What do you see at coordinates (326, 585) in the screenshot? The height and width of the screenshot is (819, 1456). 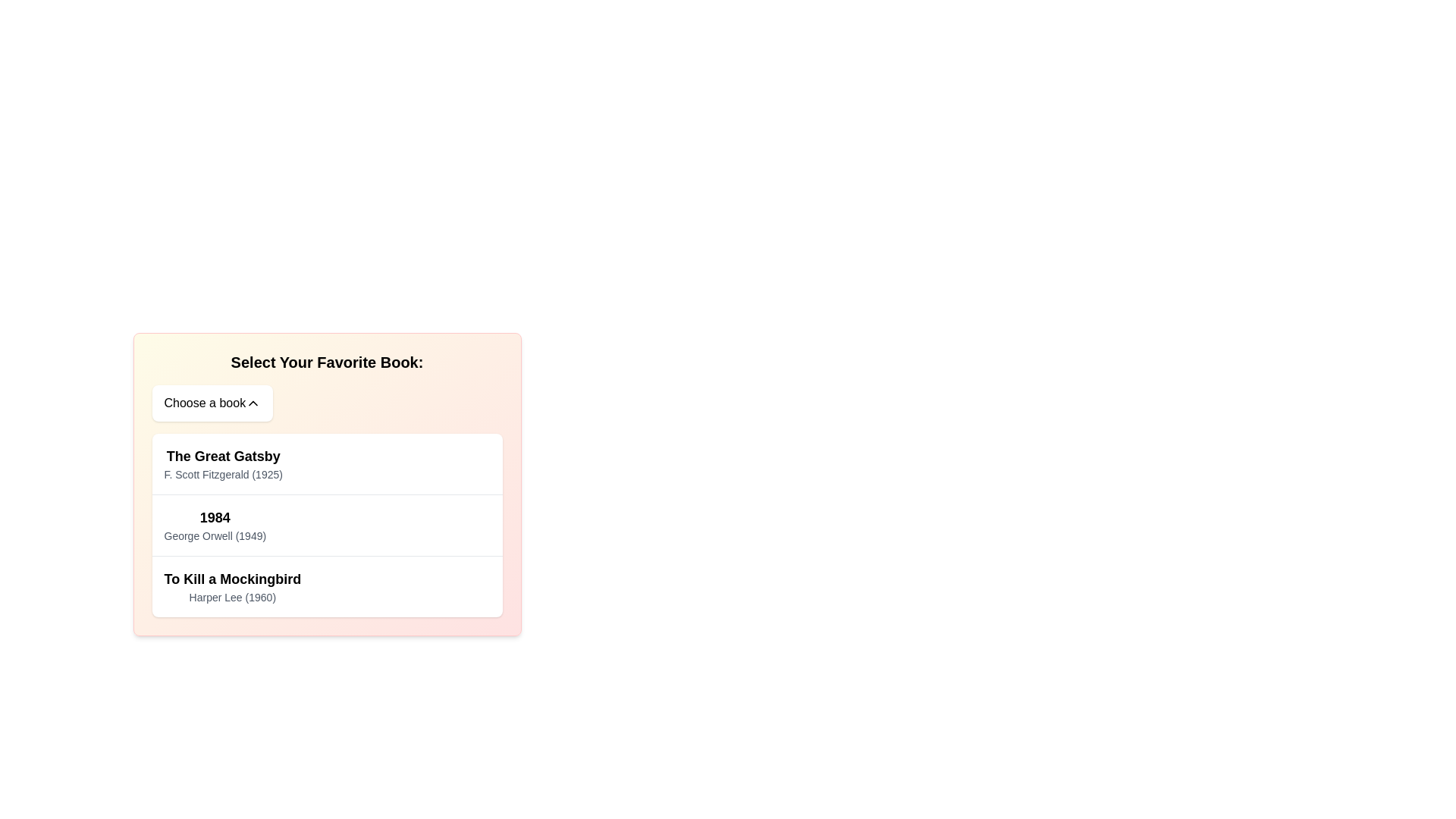 I see `the list item displaying the book title 'To Kill a Mockingbird' by 'Harper Lee (1960)'` at bounding box center [326, 585].